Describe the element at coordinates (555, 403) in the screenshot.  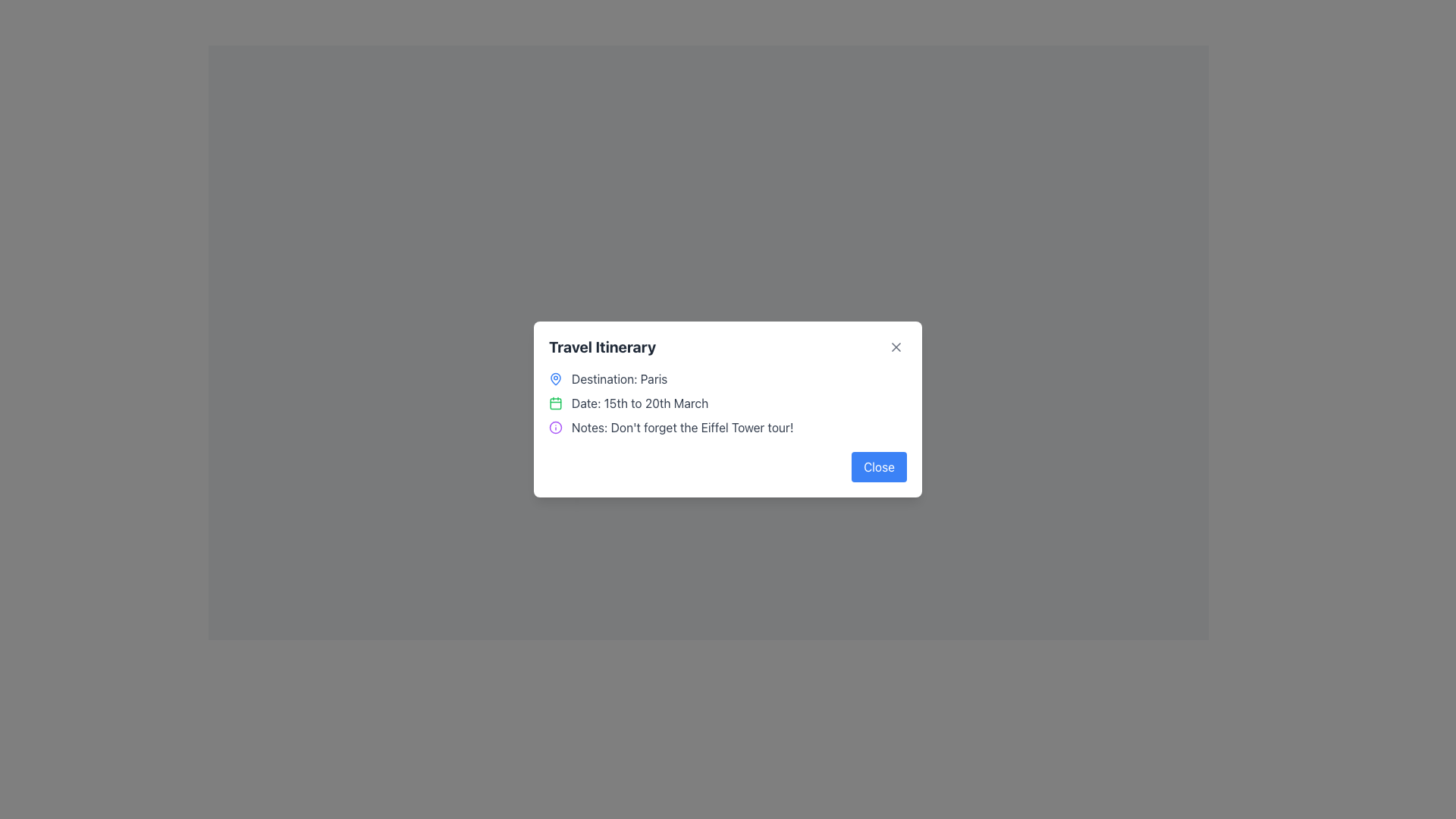
I see `the visual date indicator icon that is positioned to the left of the 'Date: 15th to 20th March' text` at that location.